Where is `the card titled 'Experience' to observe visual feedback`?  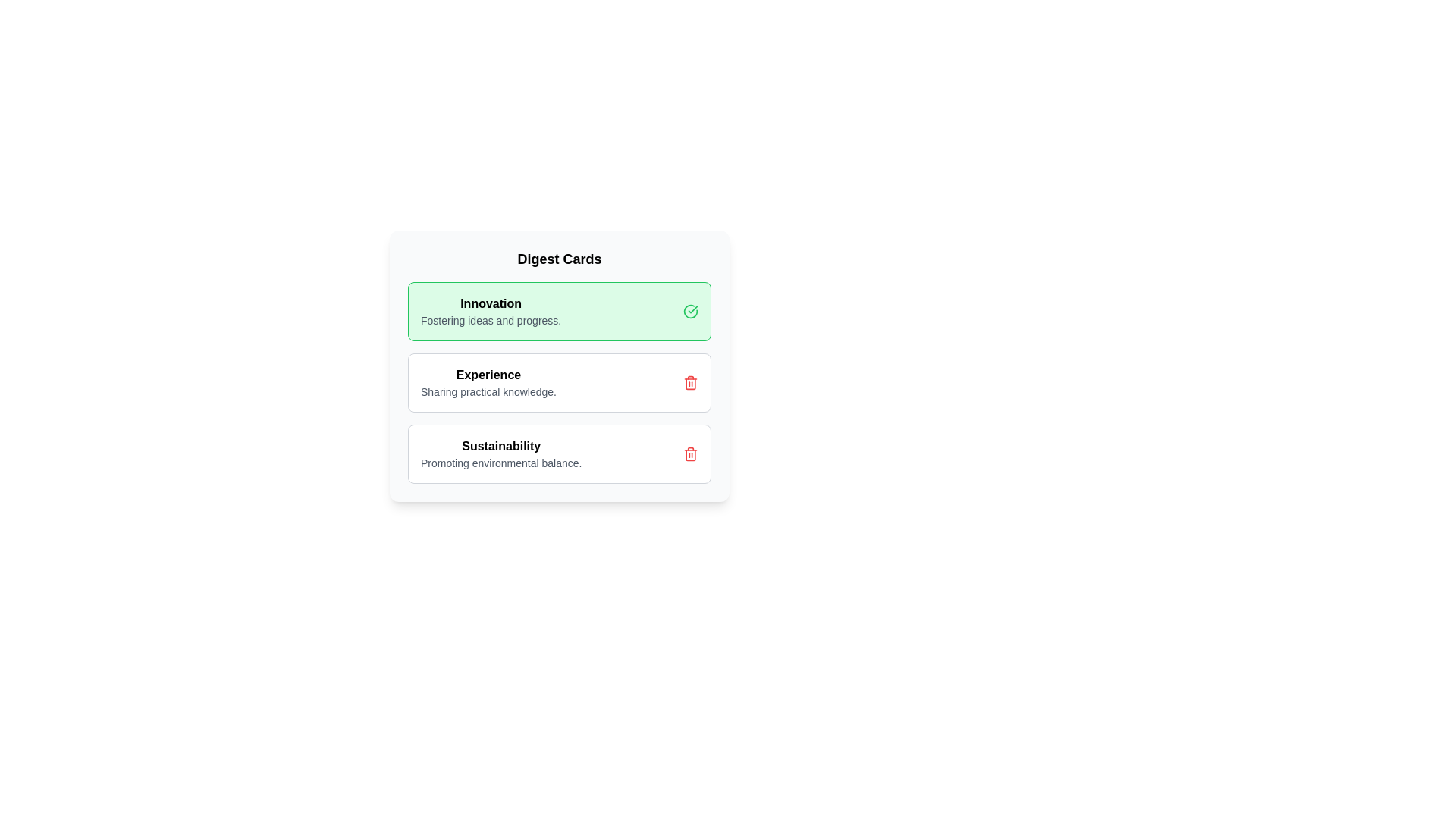
the card titled 'Experience' to observe visual feedback is located at coordinates (559, 382).